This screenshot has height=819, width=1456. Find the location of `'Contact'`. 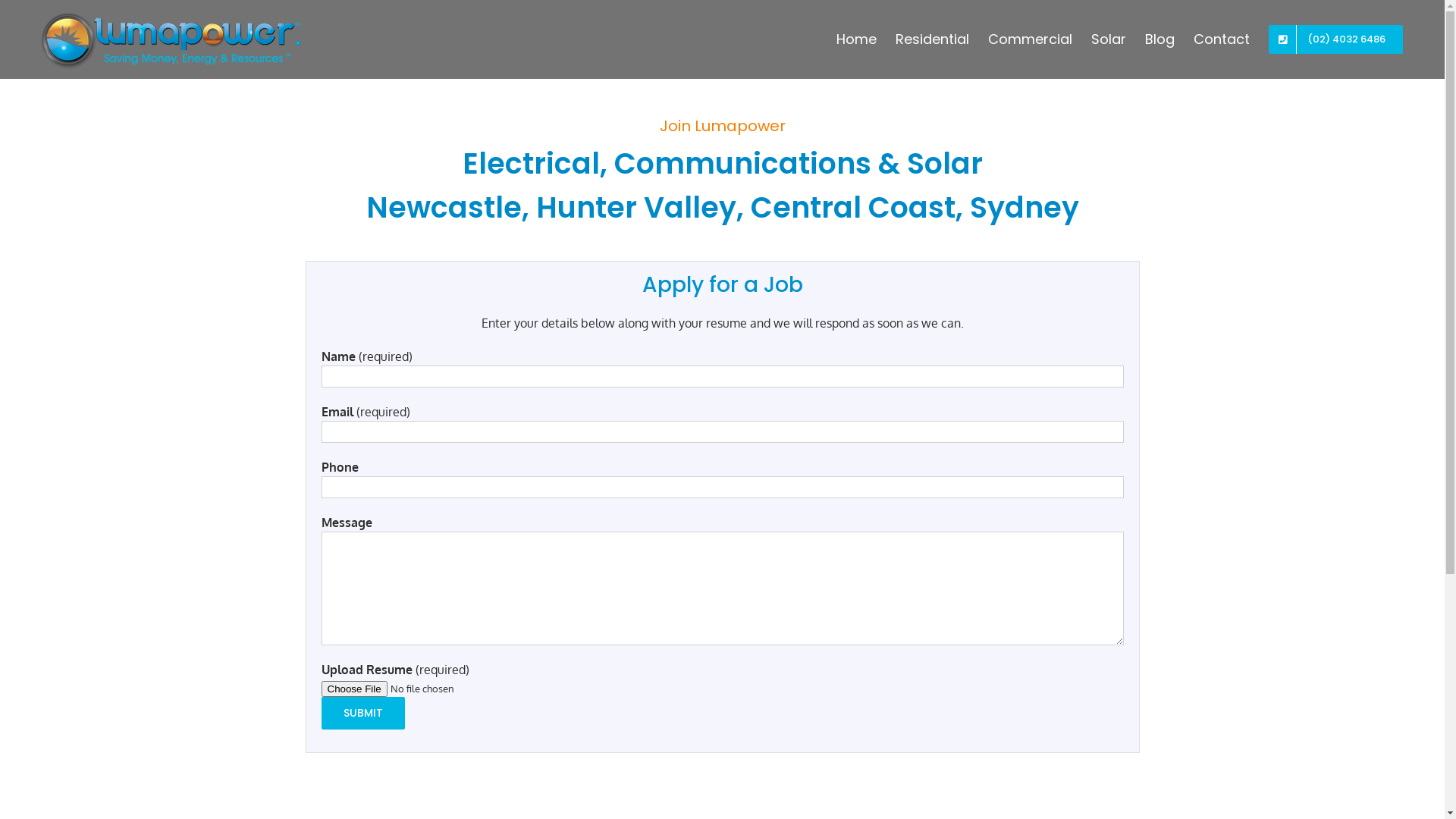

'Contact' is located at coordinates (1193, 38).